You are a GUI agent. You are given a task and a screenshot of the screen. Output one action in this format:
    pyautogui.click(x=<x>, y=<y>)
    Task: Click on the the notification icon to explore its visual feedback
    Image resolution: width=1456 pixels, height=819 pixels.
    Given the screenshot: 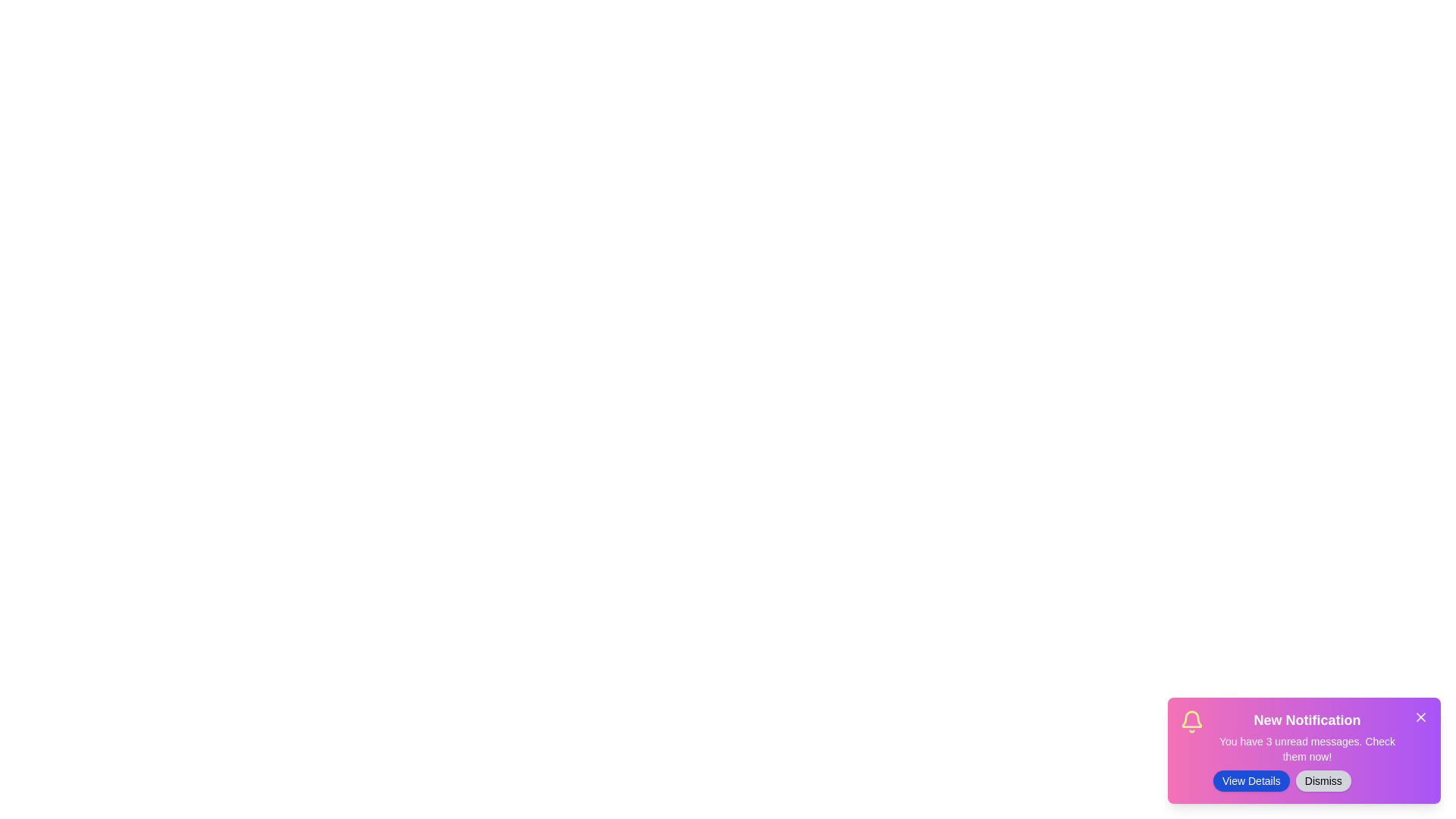 What is the action you would take?
    pyautogui.click(x=1191, y=721)
    